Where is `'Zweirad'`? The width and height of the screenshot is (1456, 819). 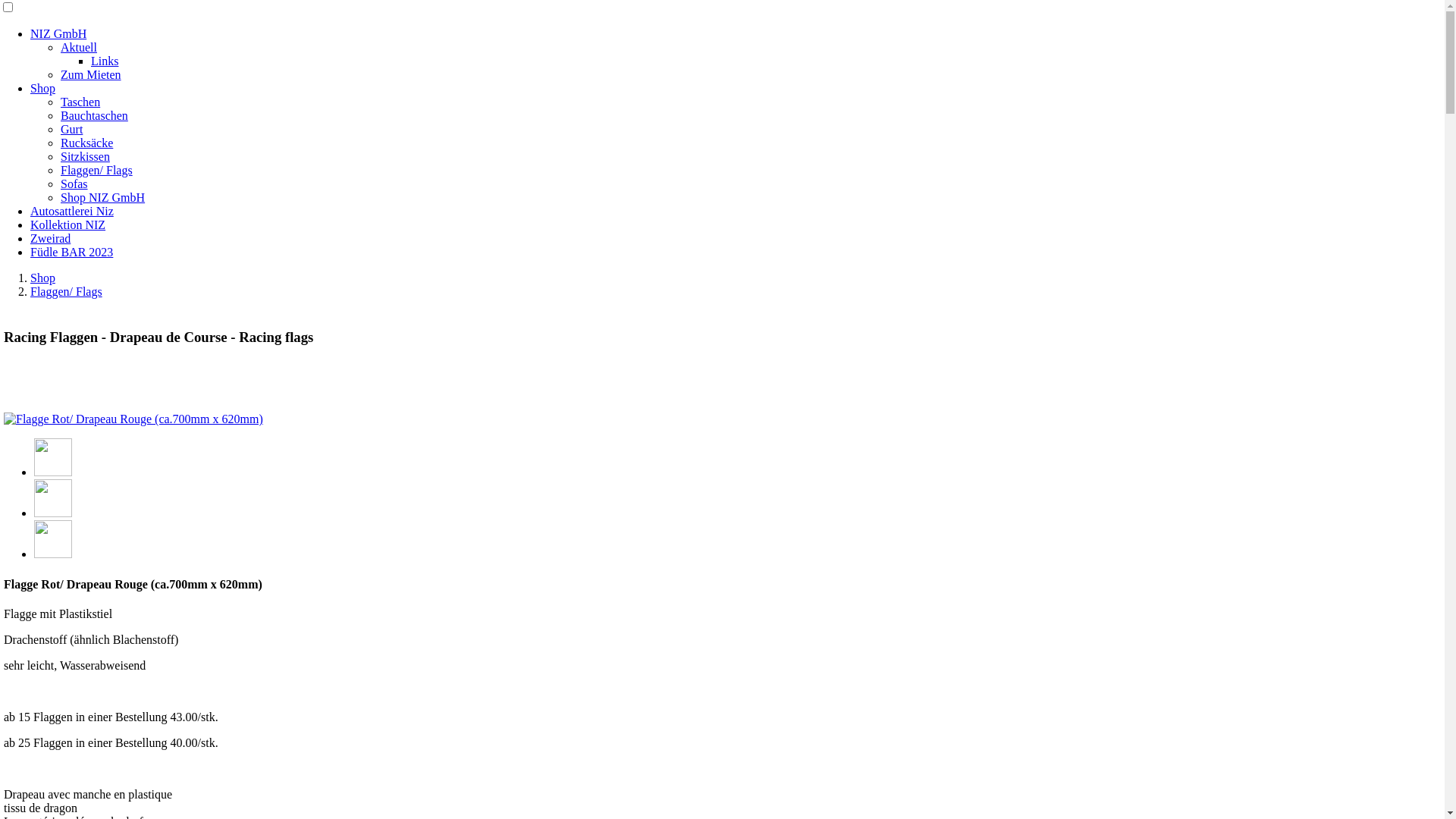
'Zweirad' is located at coordinates (30, 238).